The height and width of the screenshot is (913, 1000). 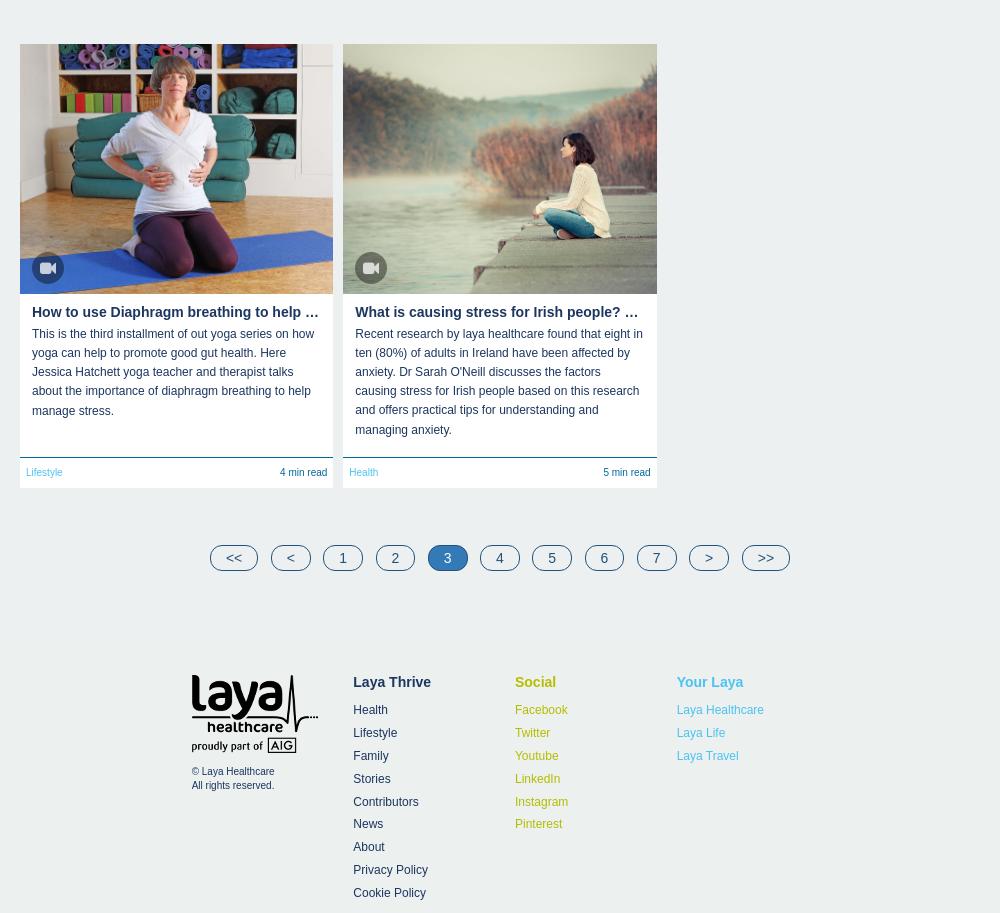 What do you see at coordinates (497, 379) in the screenshot?
I see `'Recent research by laya healthcare found that eight in ten (80%) of adults in Ireland have been affected by anxiety. Dr Sarah O'Neill discusses the factors causing stress for Irish people based on this research and offers practical tips for understanding and managing anxiety.'` at bounding box center [497, 379].